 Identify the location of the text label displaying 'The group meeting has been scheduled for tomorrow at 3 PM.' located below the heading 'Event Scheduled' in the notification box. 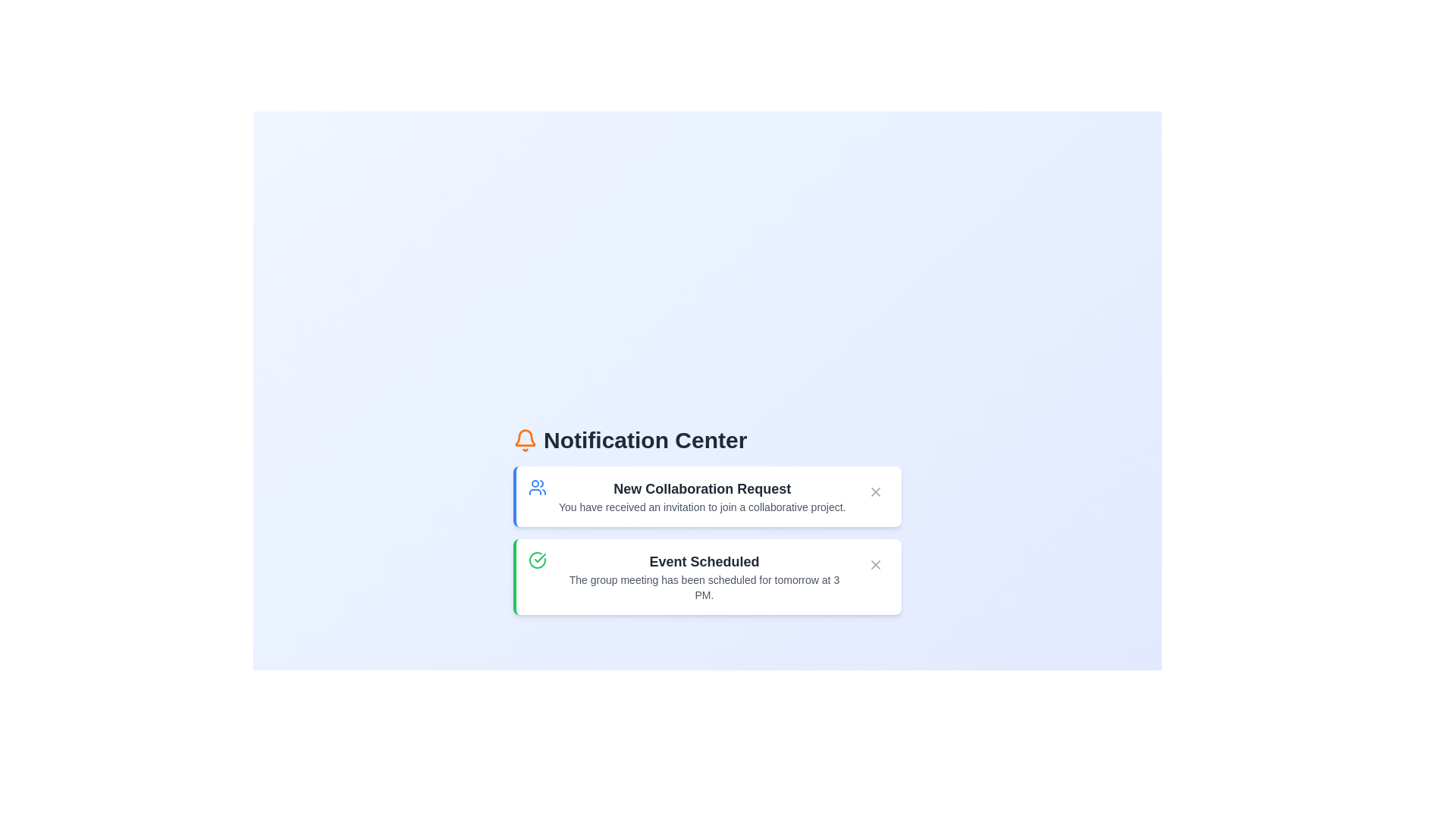
(703, 587).